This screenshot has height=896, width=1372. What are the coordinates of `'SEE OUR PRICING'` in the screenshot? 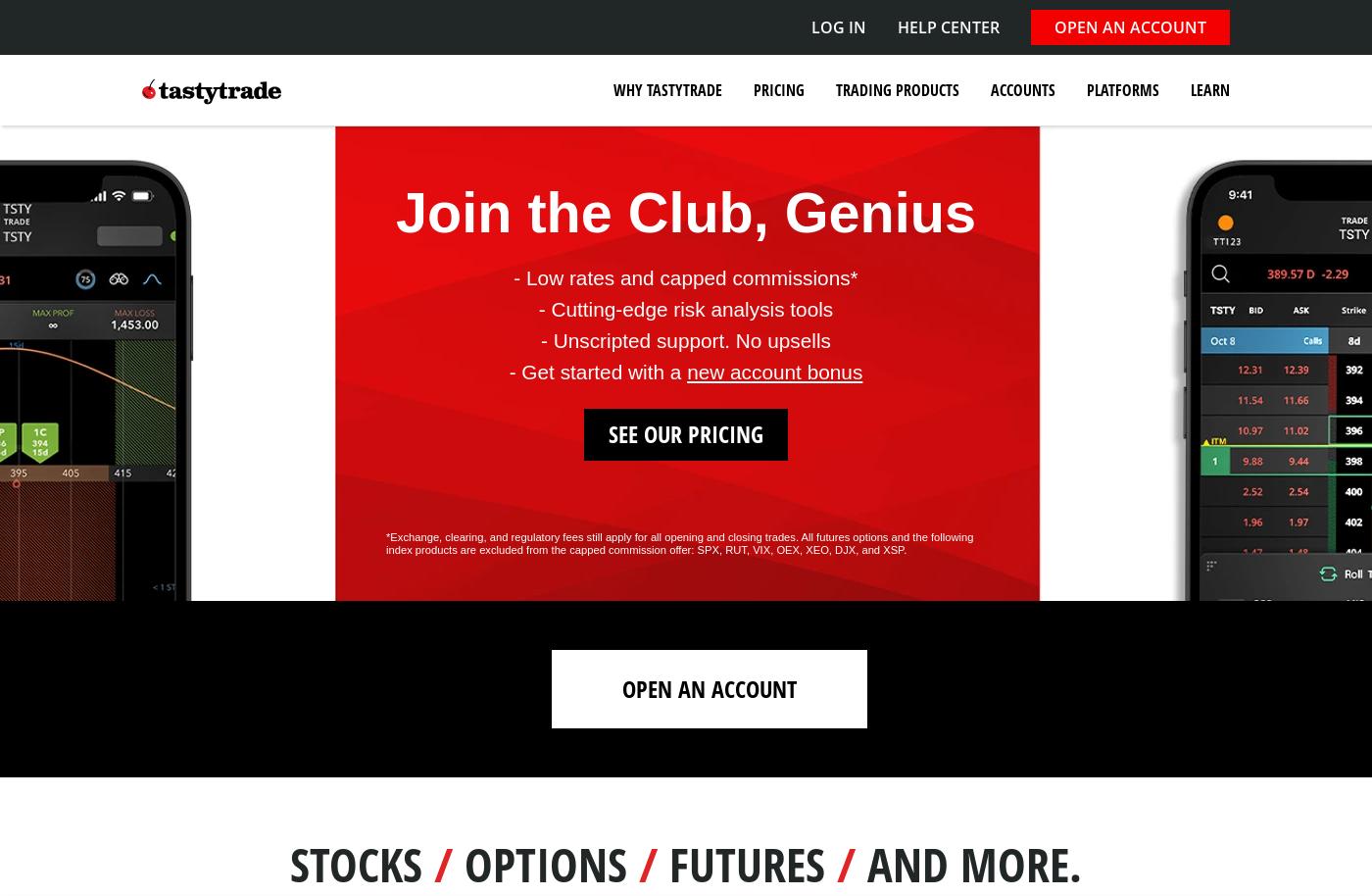 It's located at (686, 431).